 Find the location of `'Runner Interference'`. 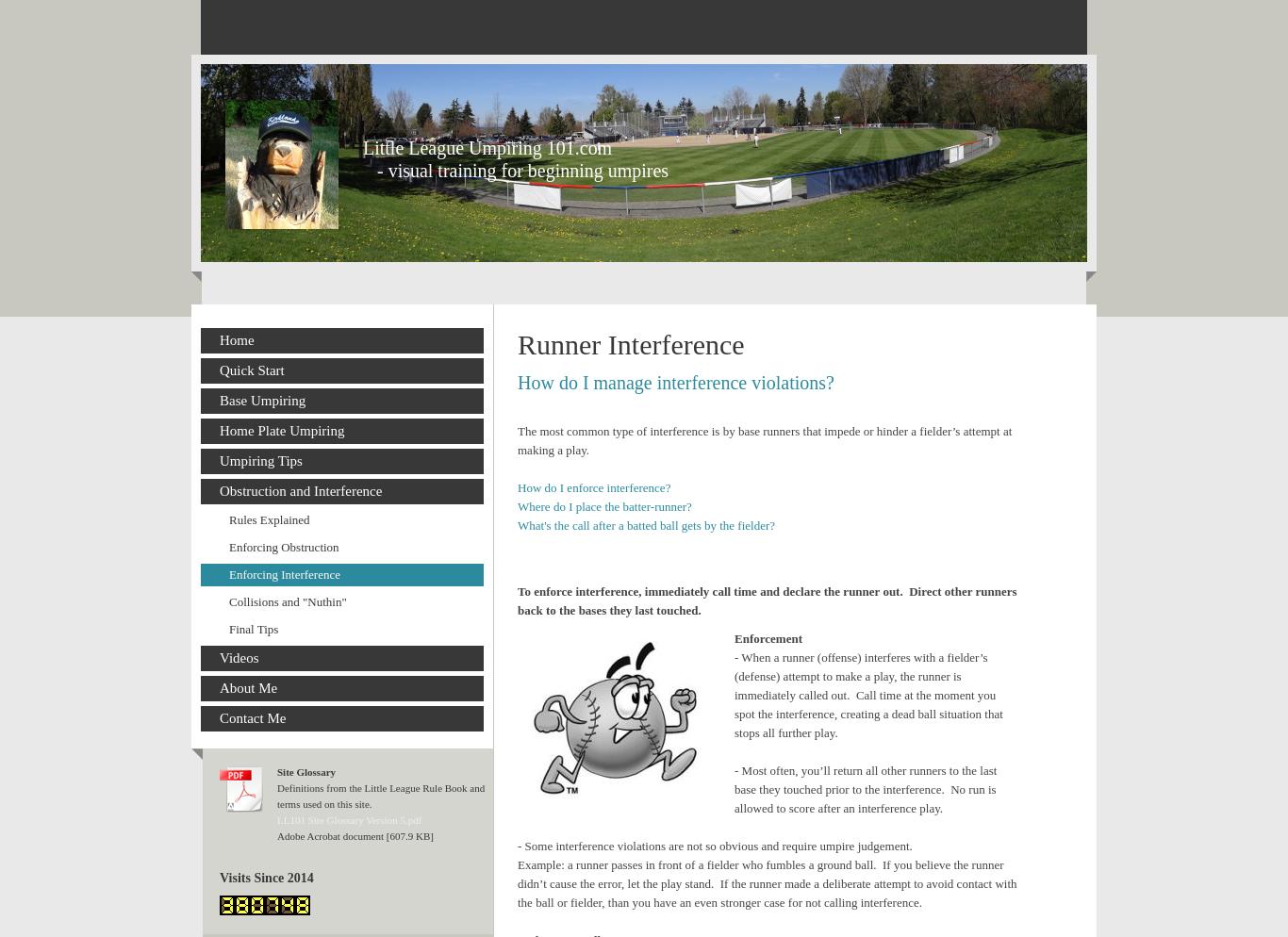

'Runner Interference' is located at coordinates (630, 344).